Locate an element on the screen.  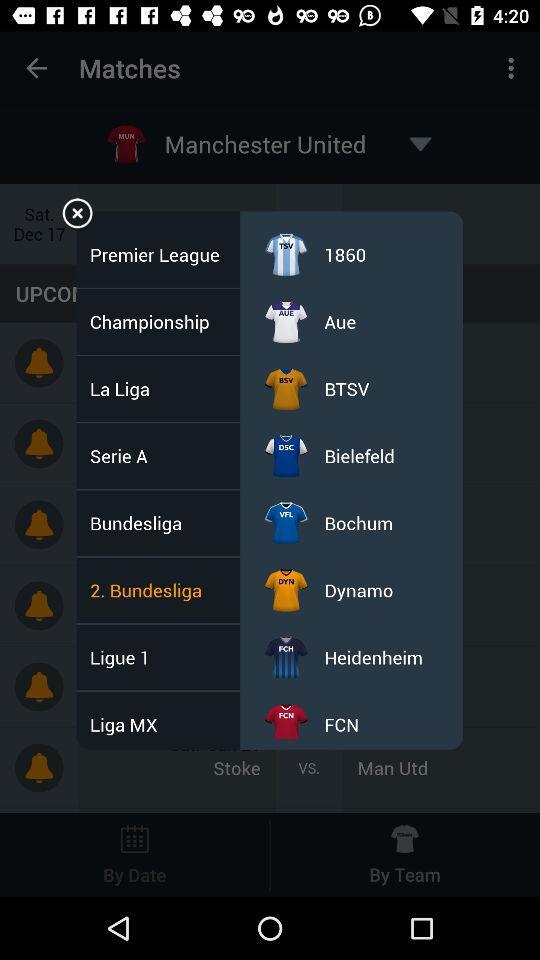
menu is located at coordinates (76, 216).